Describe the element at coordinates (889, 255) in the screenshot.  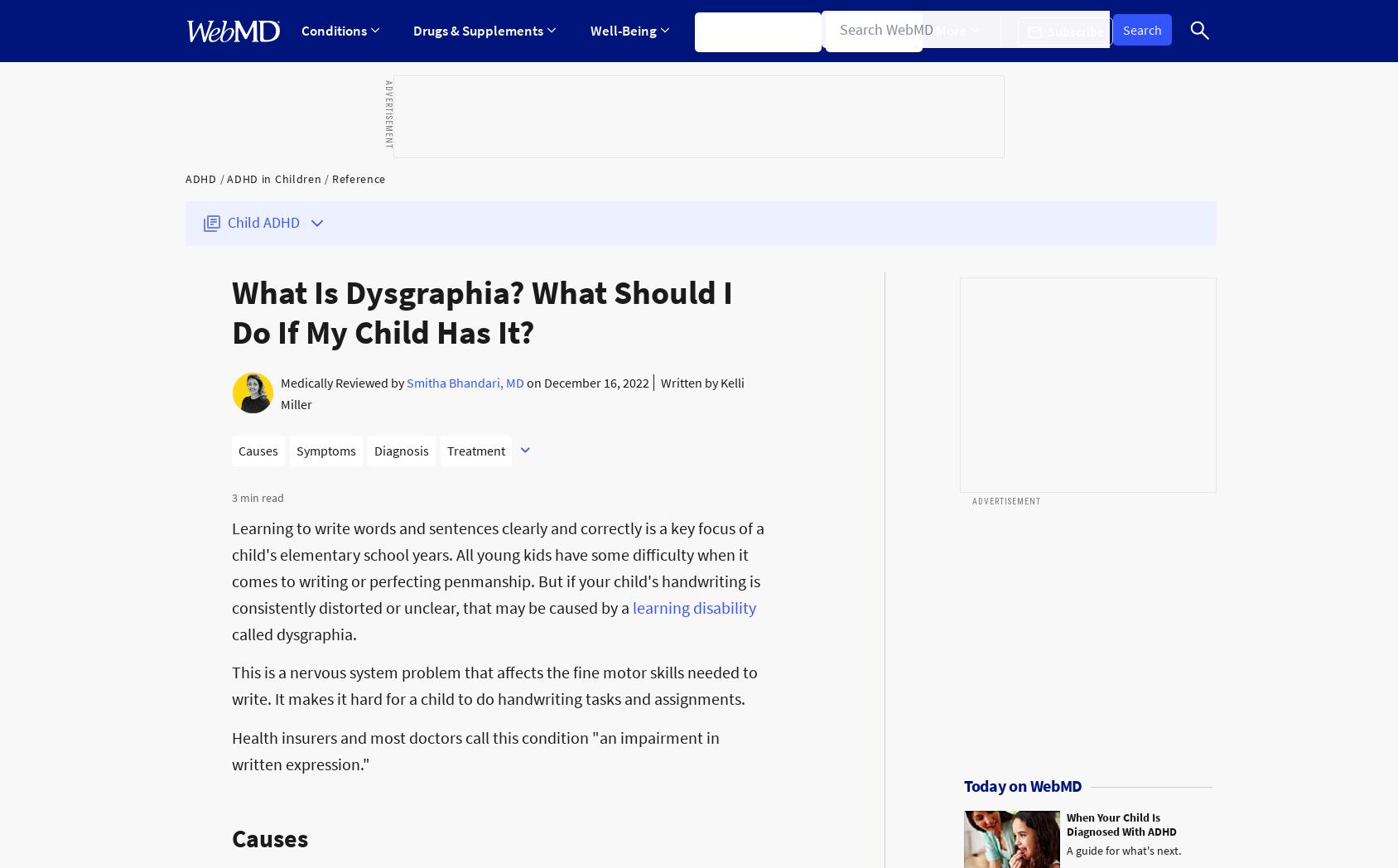
I see `'Sleep Disorders'` at that location.